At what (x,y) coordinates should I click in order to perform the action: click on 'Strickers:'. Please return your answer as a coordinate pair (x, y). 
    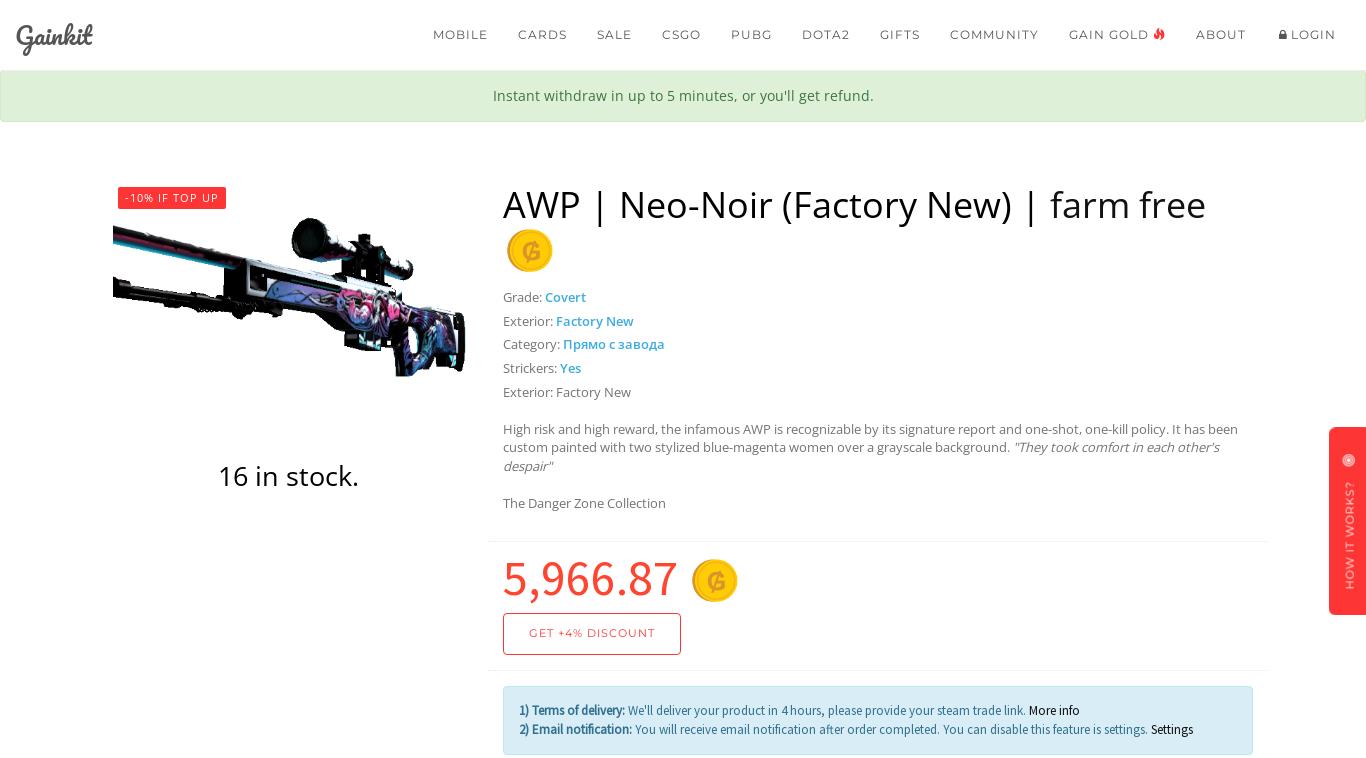
    Looking at the image, I should click on (531, 368).